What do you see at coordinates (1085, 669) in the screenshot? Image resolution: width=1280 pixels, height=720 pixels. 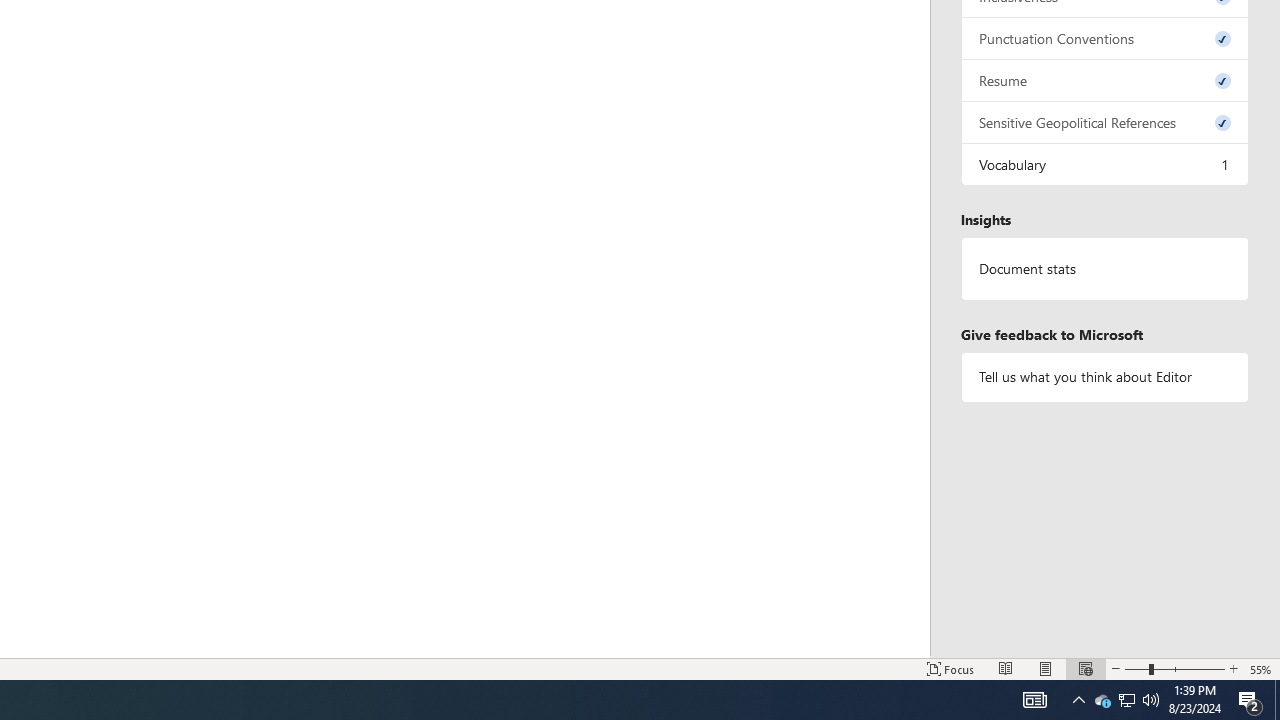 I see `'Web Layout'` at bounding box center [1085, 669].